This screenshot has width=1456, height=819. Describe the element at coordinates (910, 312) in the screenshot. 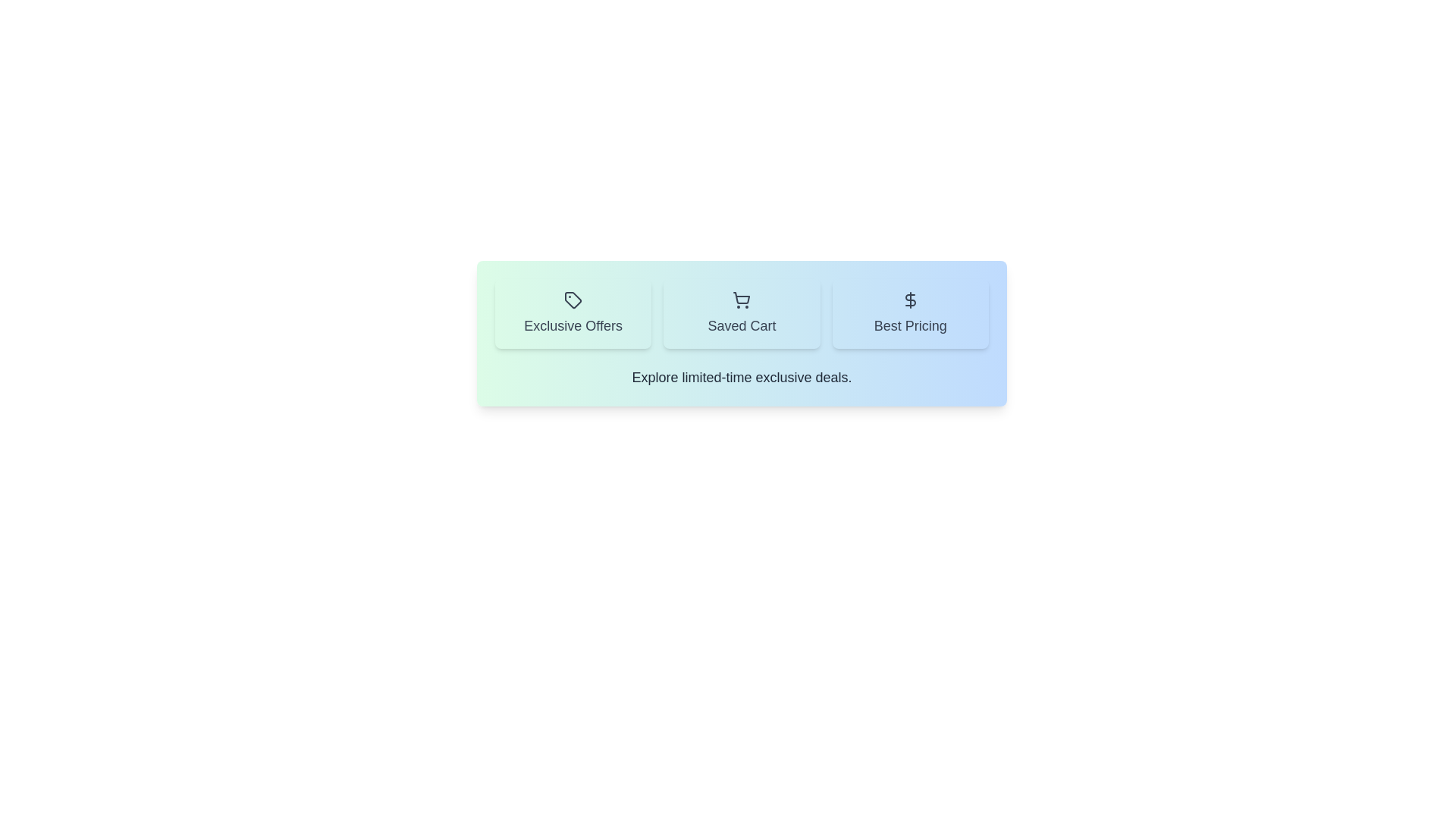

I see `the Best Pricing tab by clicking on its button` at that location.